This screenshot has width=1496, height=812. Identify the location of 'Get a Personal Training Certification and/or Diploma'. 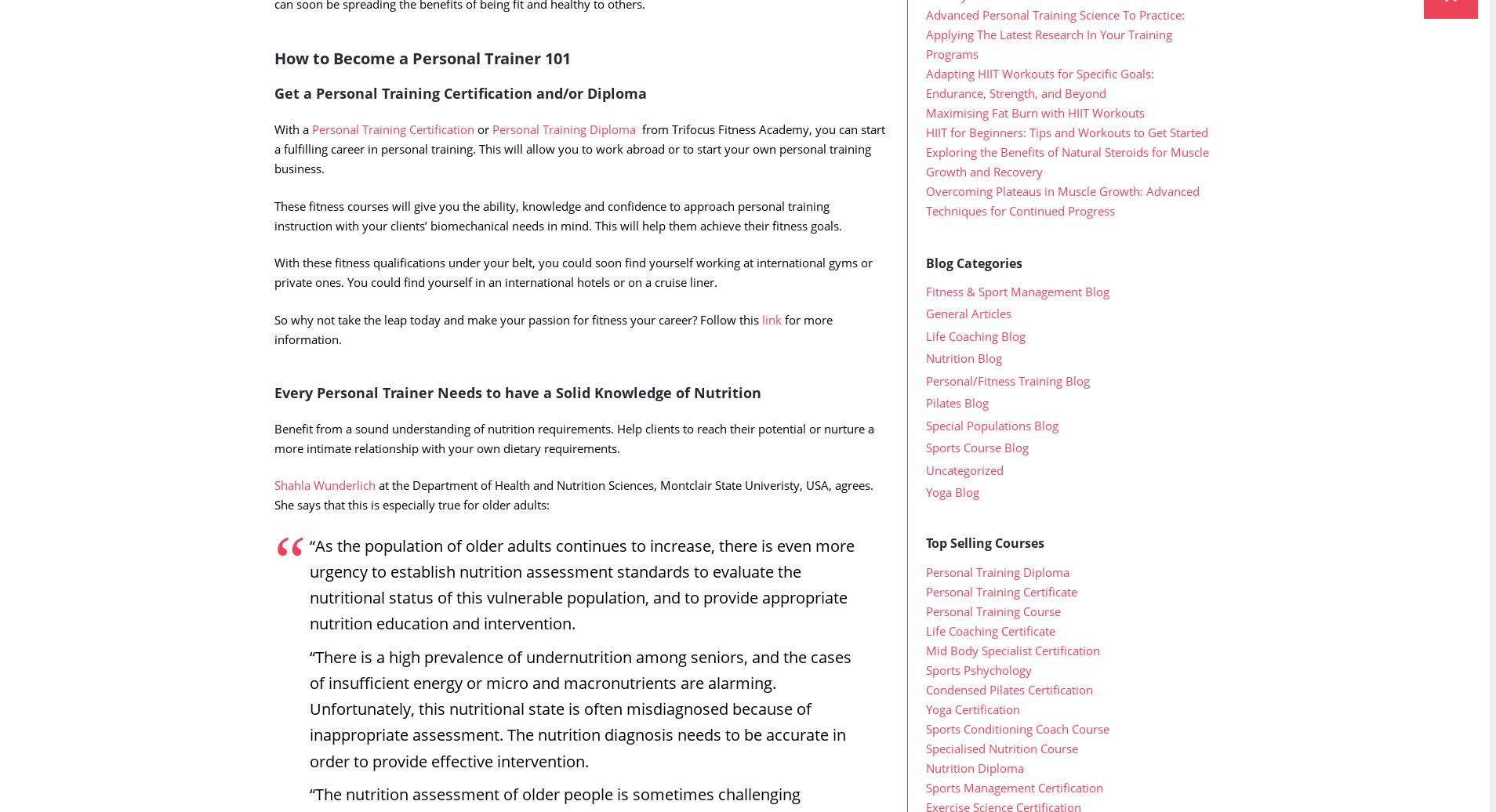
(459, 125).